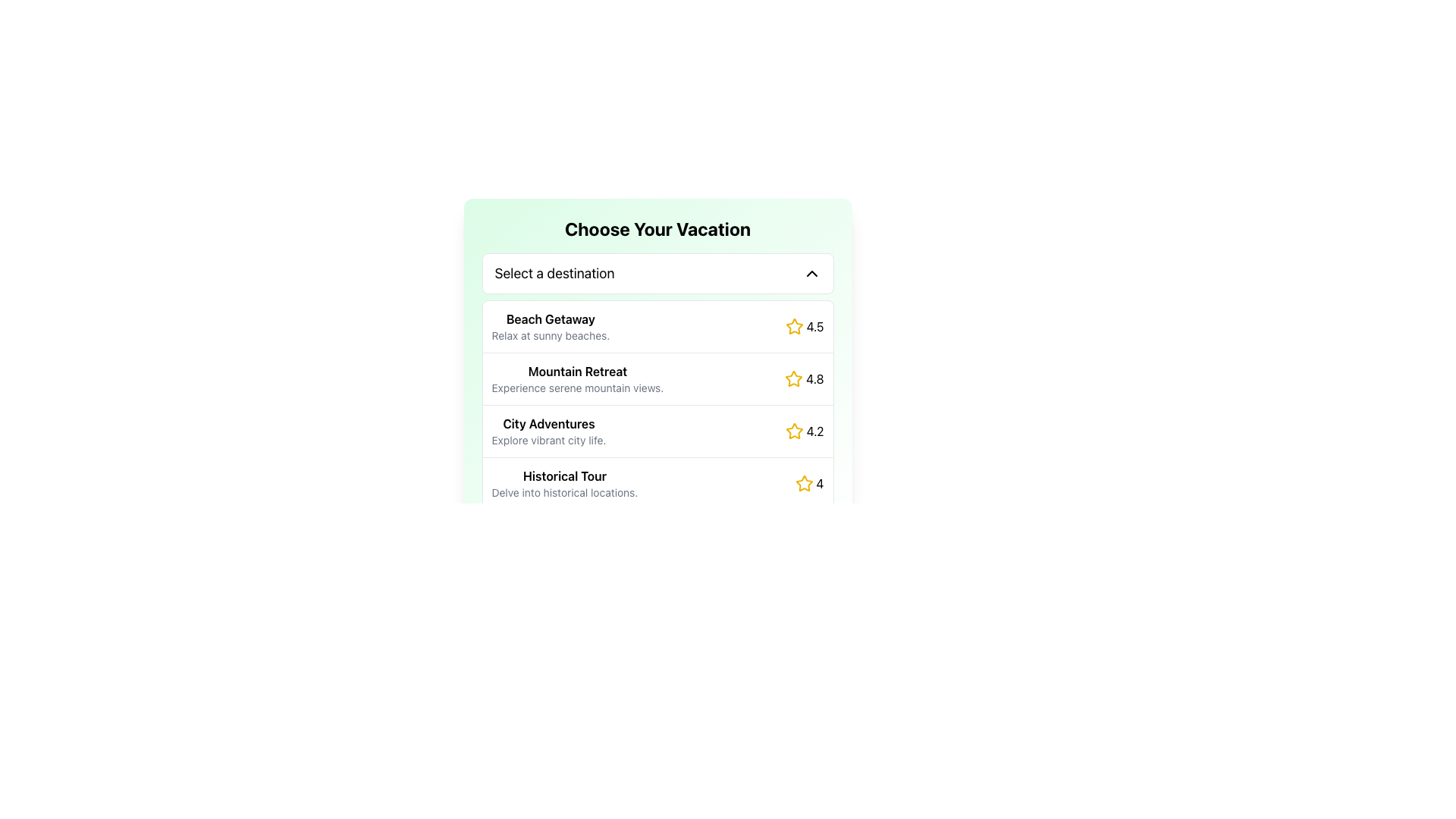 Image resolution: width=1456 pixels, height=819 pixels. I want to click on the 'City Adventures' text display element, which includes the title in bold black font and a subtitle in smaller gray font, to focus on it, so click(548, 431).